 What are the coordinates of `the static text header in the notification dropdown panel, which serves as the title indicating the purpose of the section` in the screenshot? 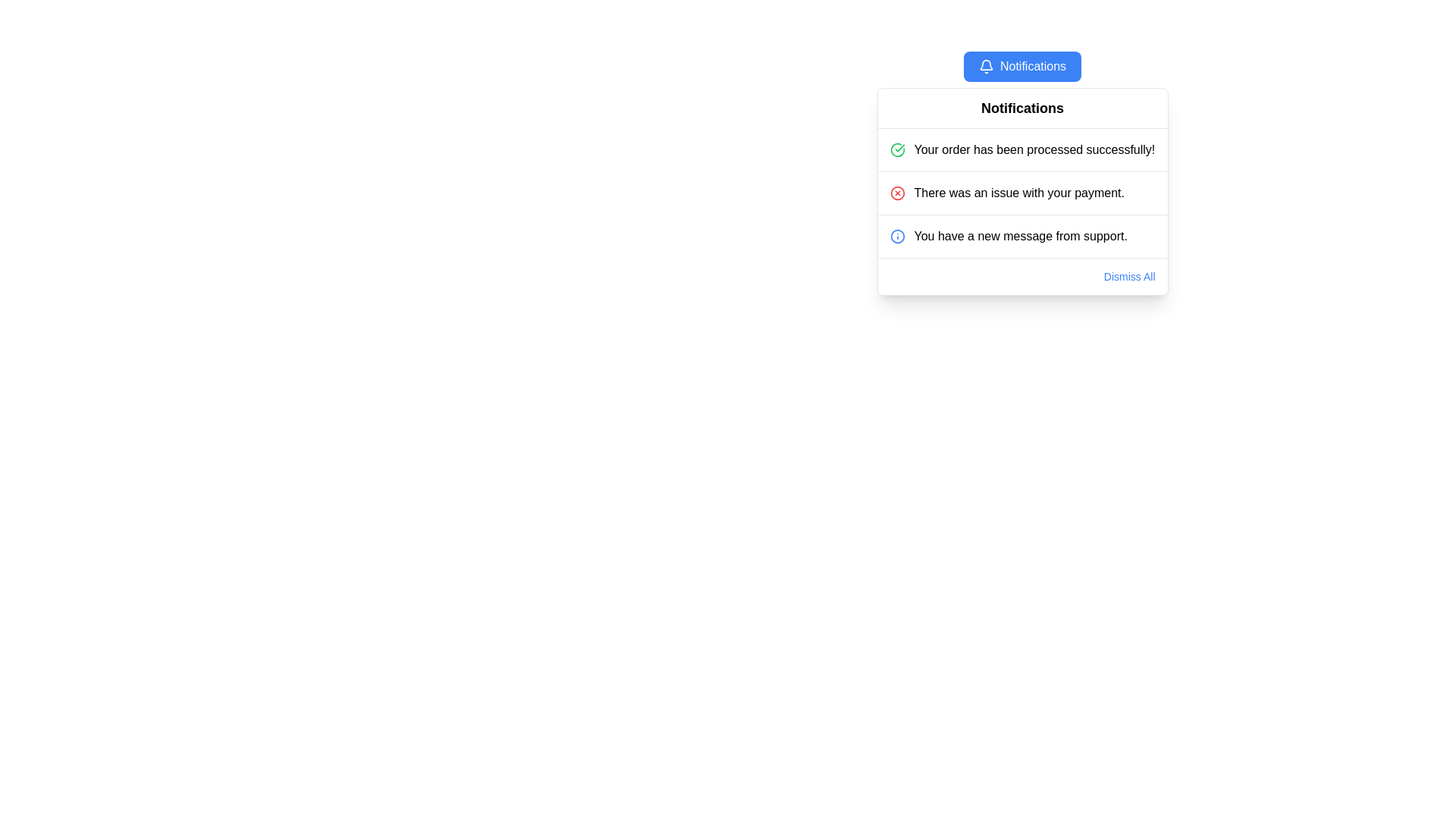 It's located at (1022, 107).